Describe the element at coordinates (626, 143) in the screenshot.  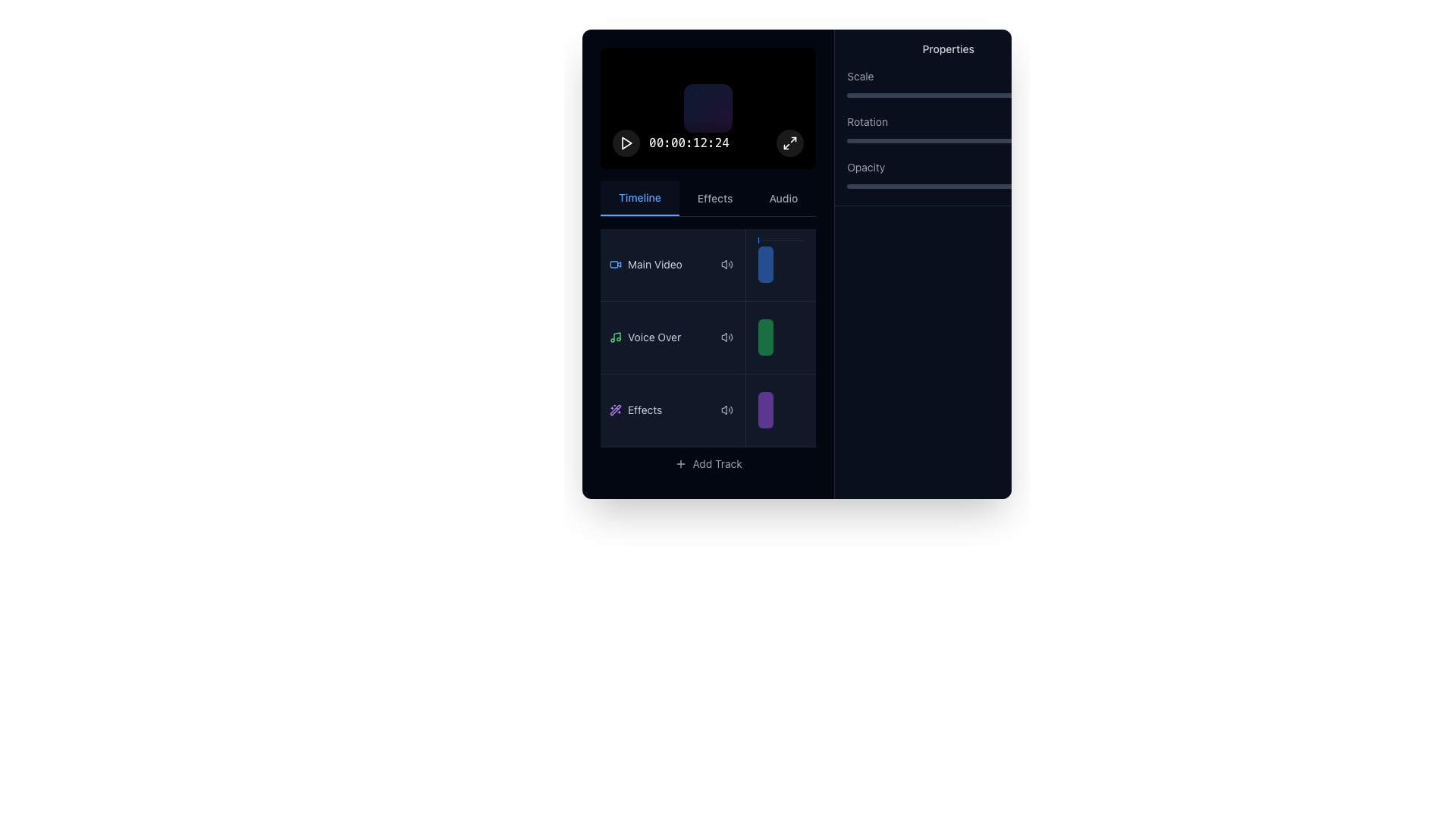
I see `the play button located in the upper left panel of the interface` at that location.